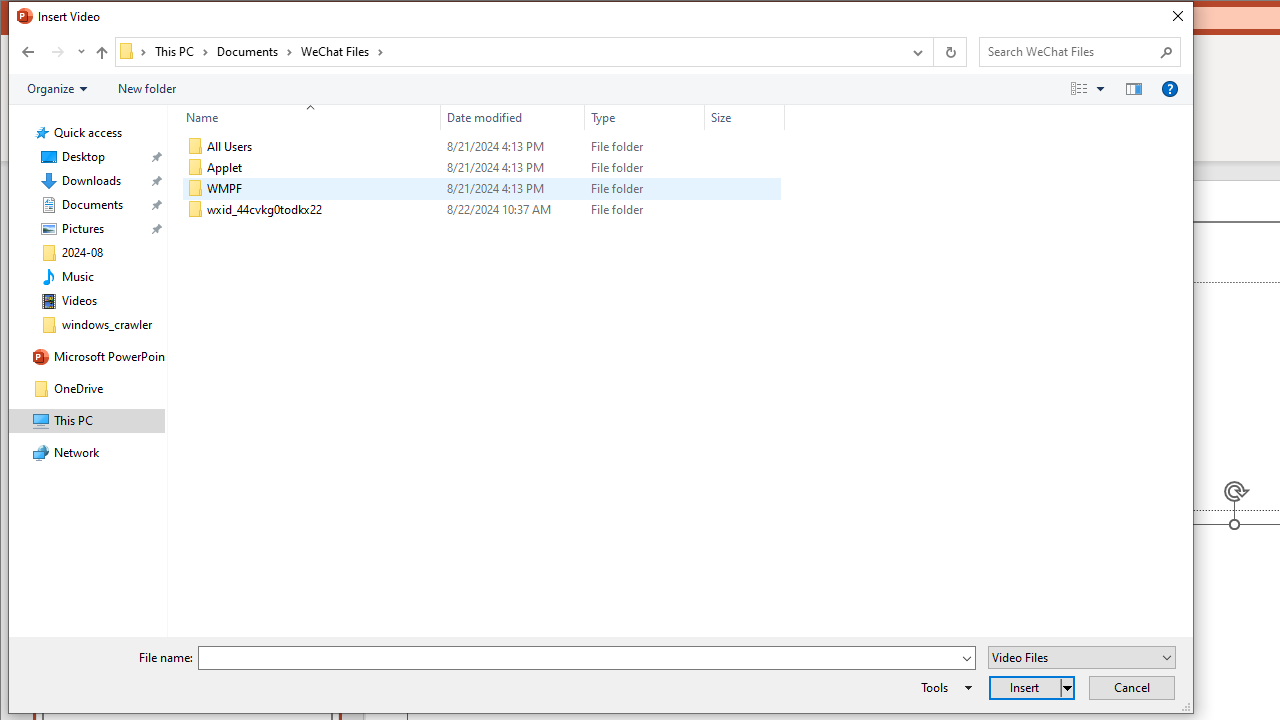  What do you see at coordinates (304, 117) in the screenshot?
I see `'Name'` at bounding box center [304, 117].